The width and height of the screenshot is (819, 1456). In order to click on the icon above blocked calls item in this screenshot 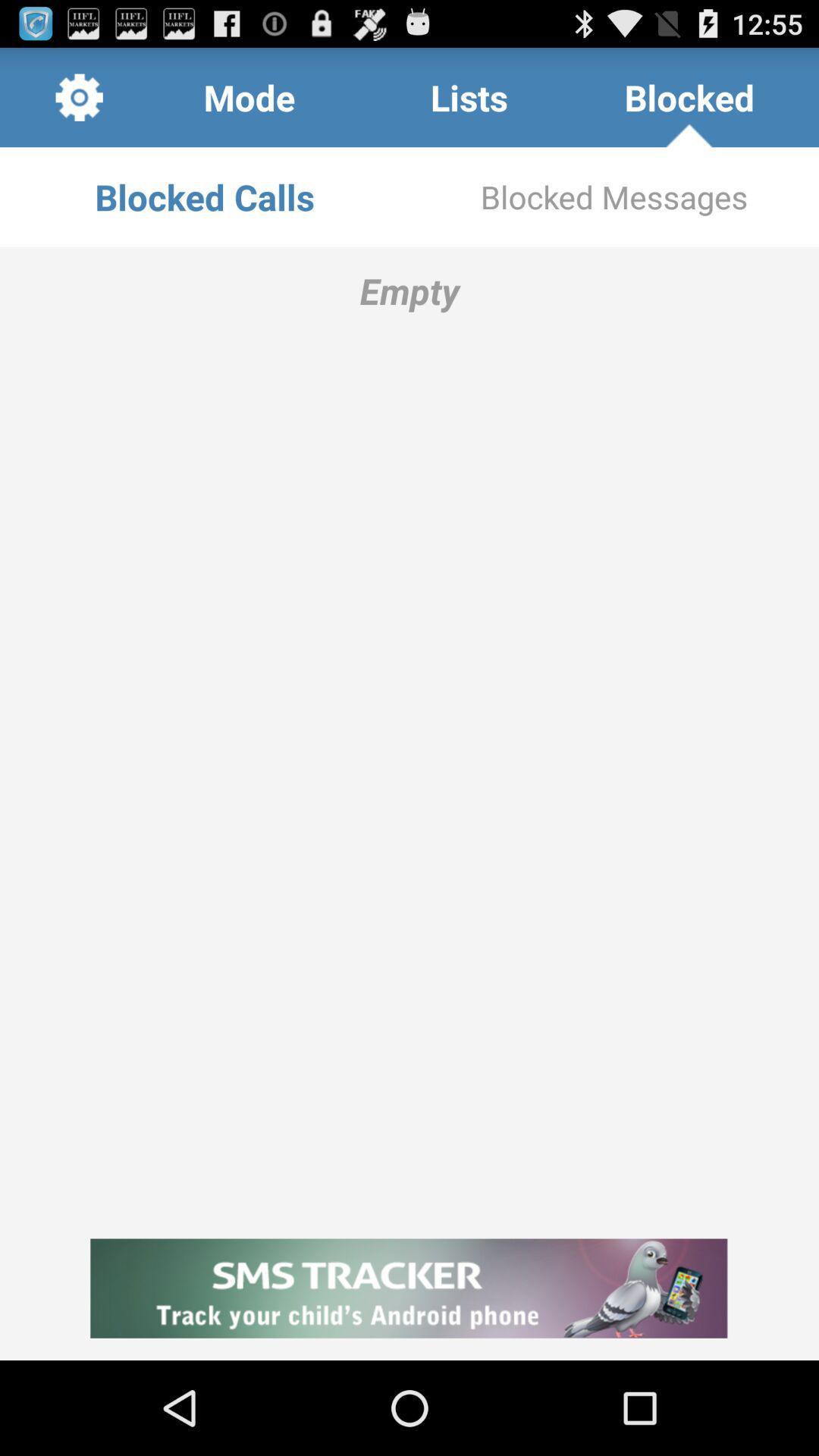, I will do `click(469, 96)`.